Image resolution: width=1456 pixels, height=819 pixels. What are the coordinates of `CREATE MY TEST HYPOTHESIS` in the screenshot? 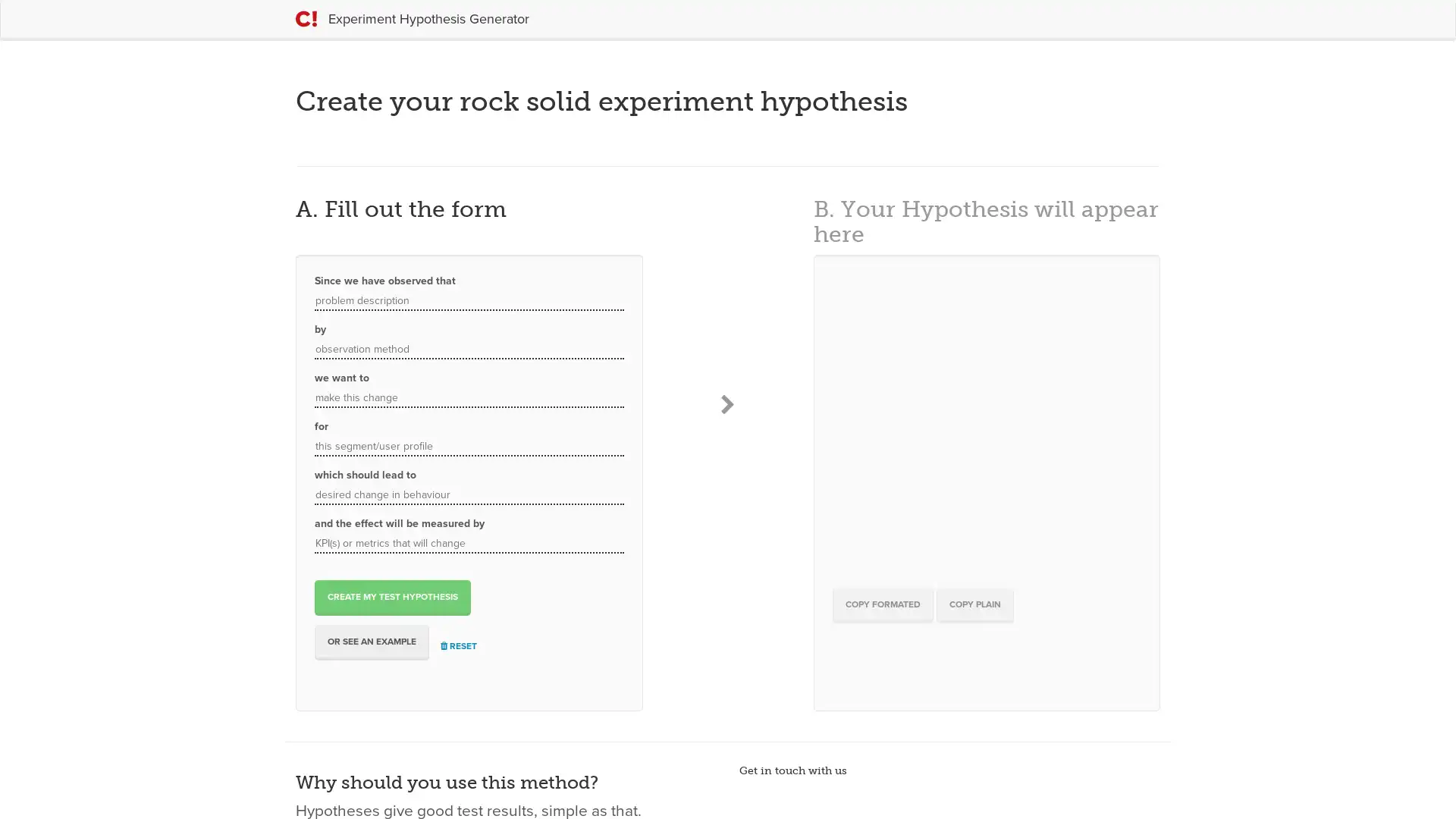 It's located at (393, 596).